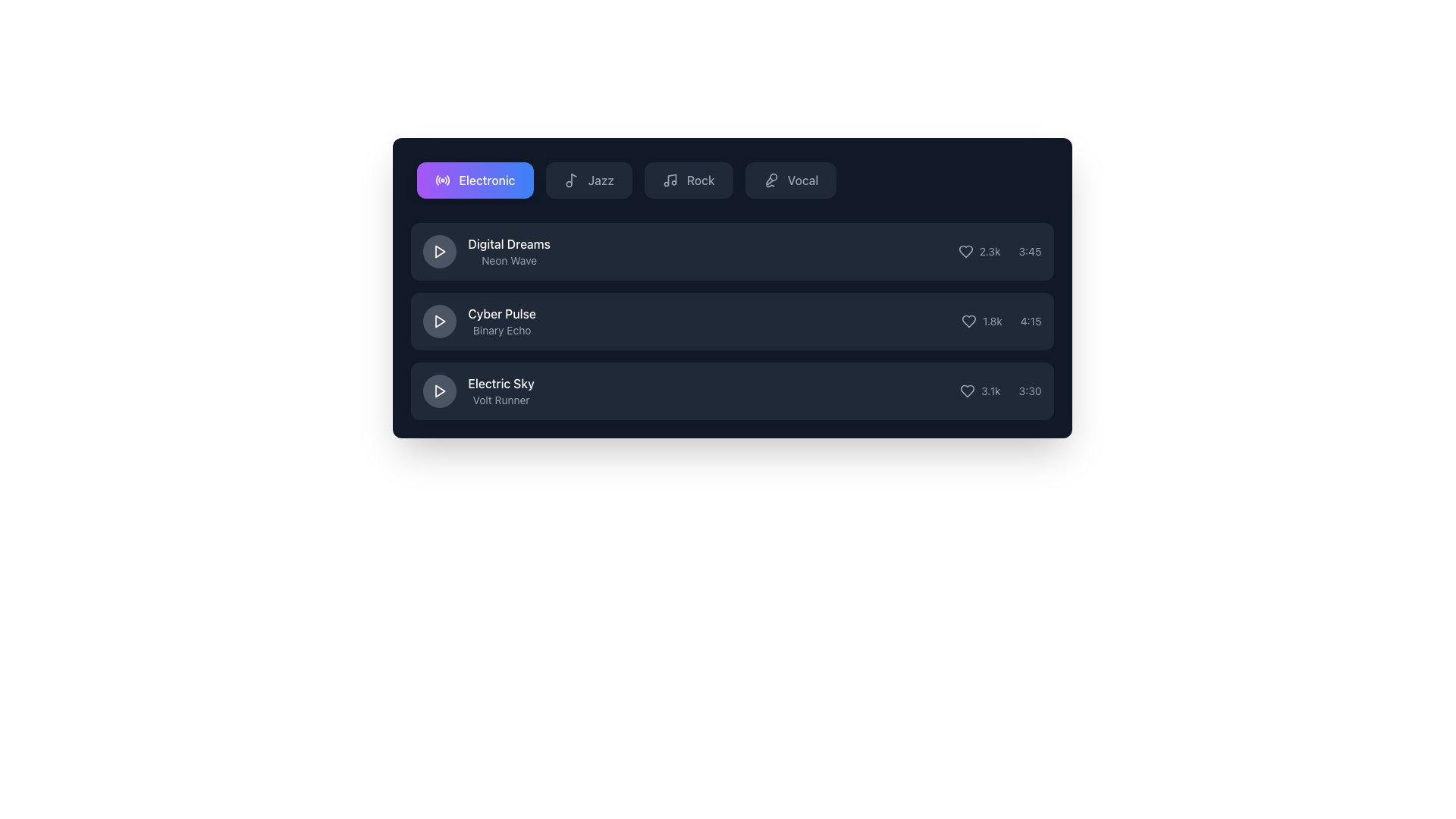 This screenshot has width=1456, height=819. Describe the element at coordinates (965, 250) in the screenshot. I see `the heart-shaped favorite or like button, which is located in the right section of the first row of song entries, near the 2.3k metric` at that location.